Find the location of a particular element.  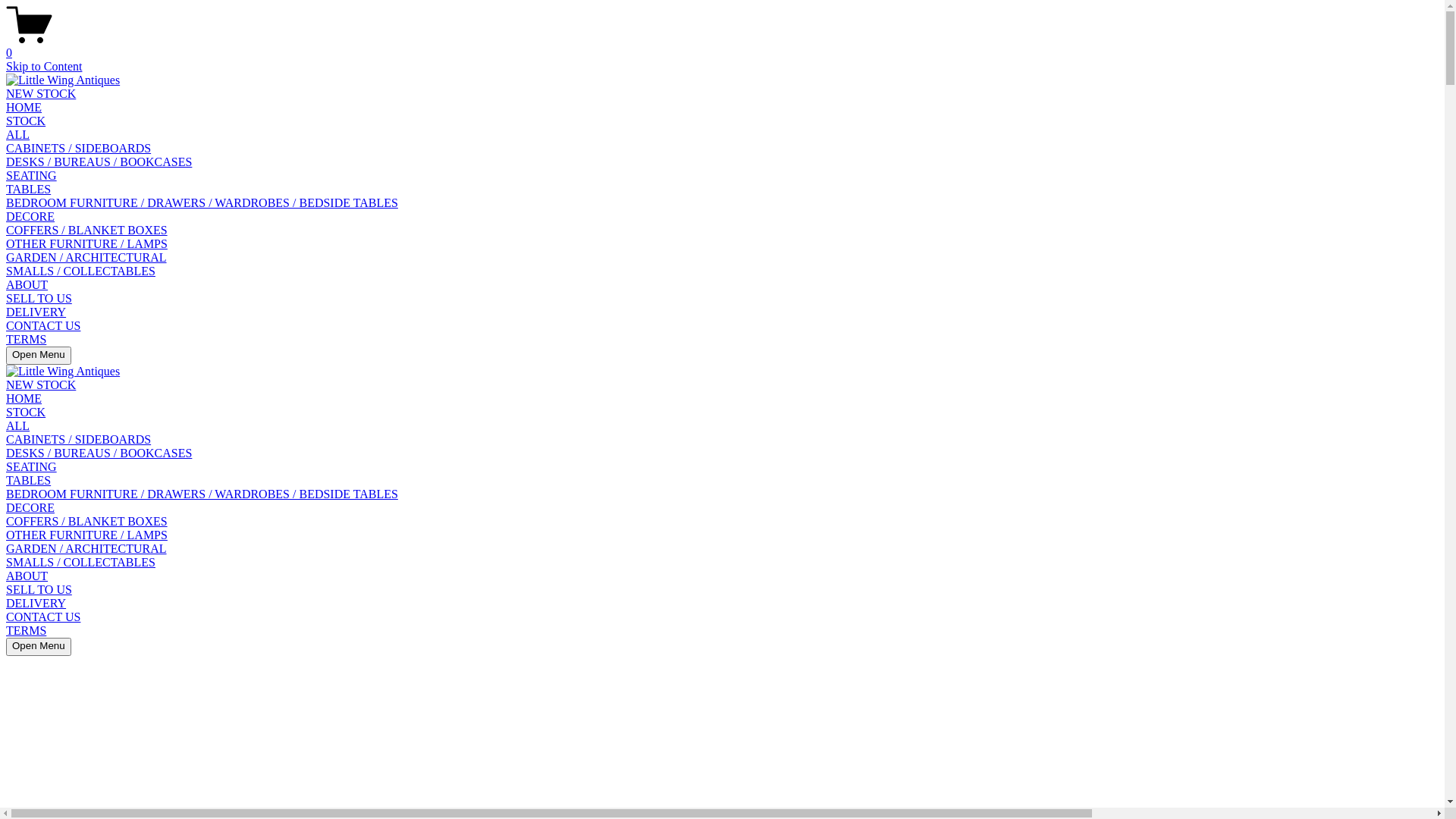

'Skip to Content' is located at coordinates (43, 65).